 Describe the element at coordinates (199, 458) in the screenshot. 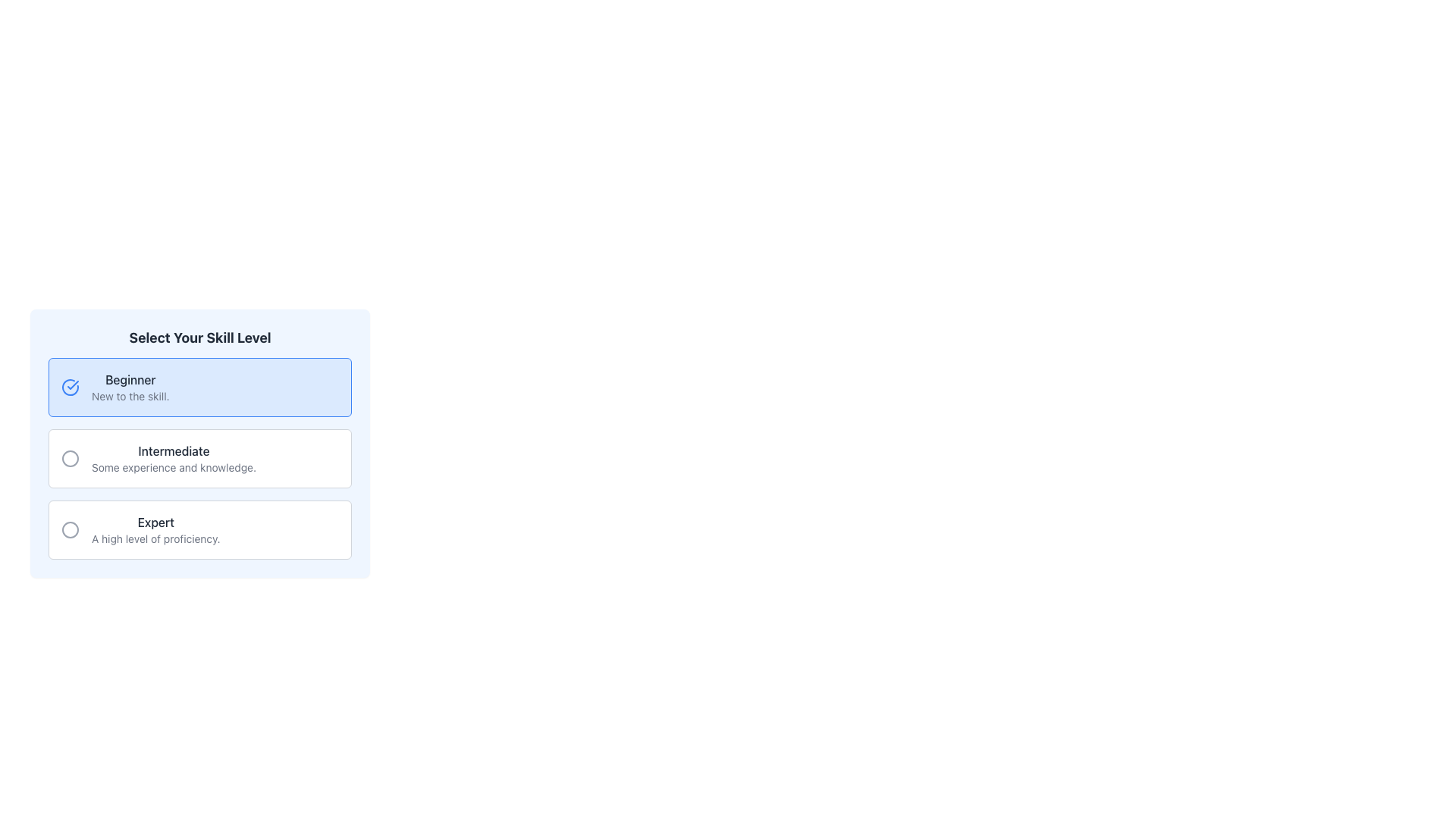

I see `the 'Intermediate' selectable option in the skill level list` at that location.